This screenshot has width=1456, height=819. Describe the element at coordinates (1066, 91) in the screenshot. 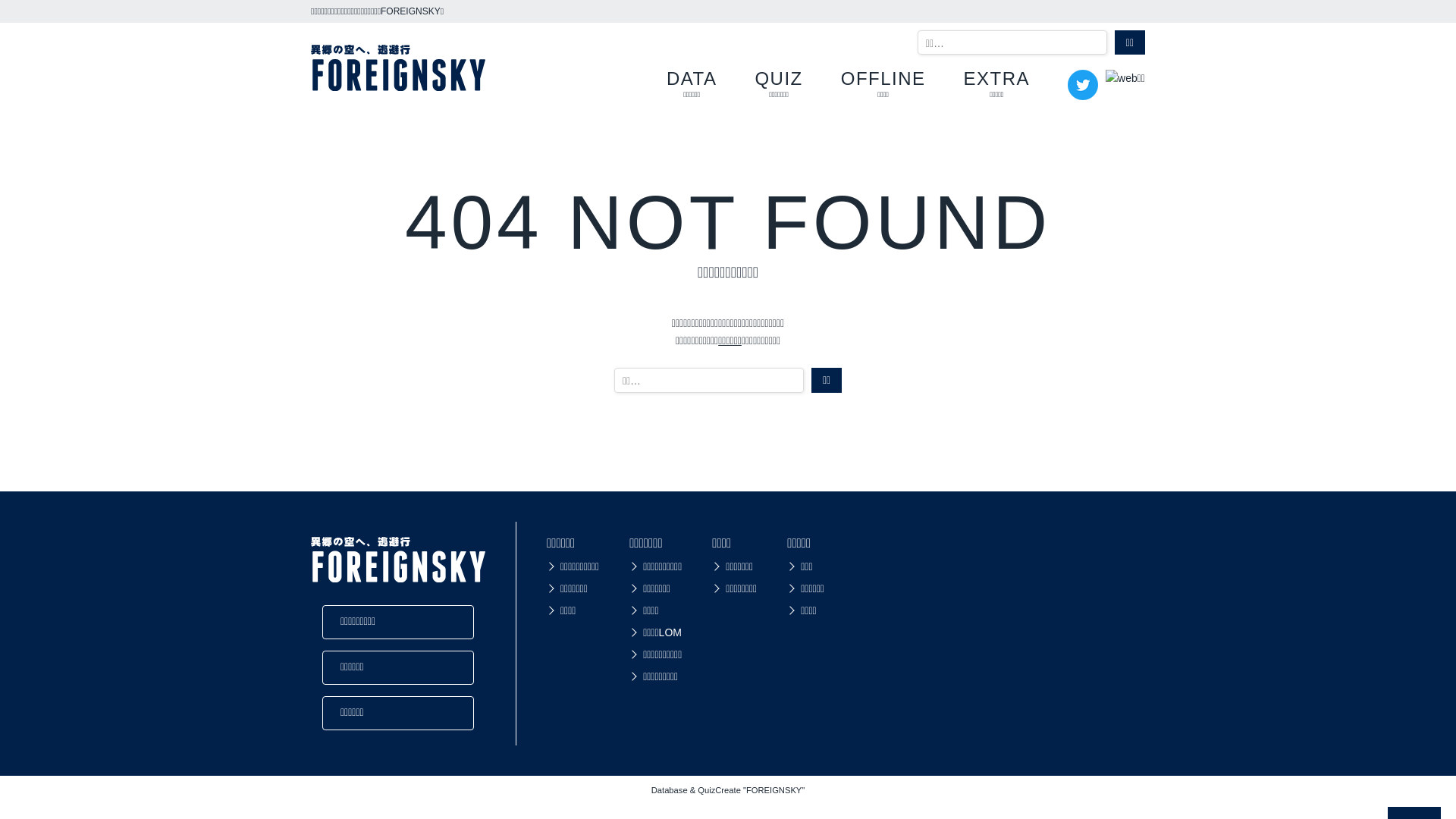

I see `'Twitter'` at that location.